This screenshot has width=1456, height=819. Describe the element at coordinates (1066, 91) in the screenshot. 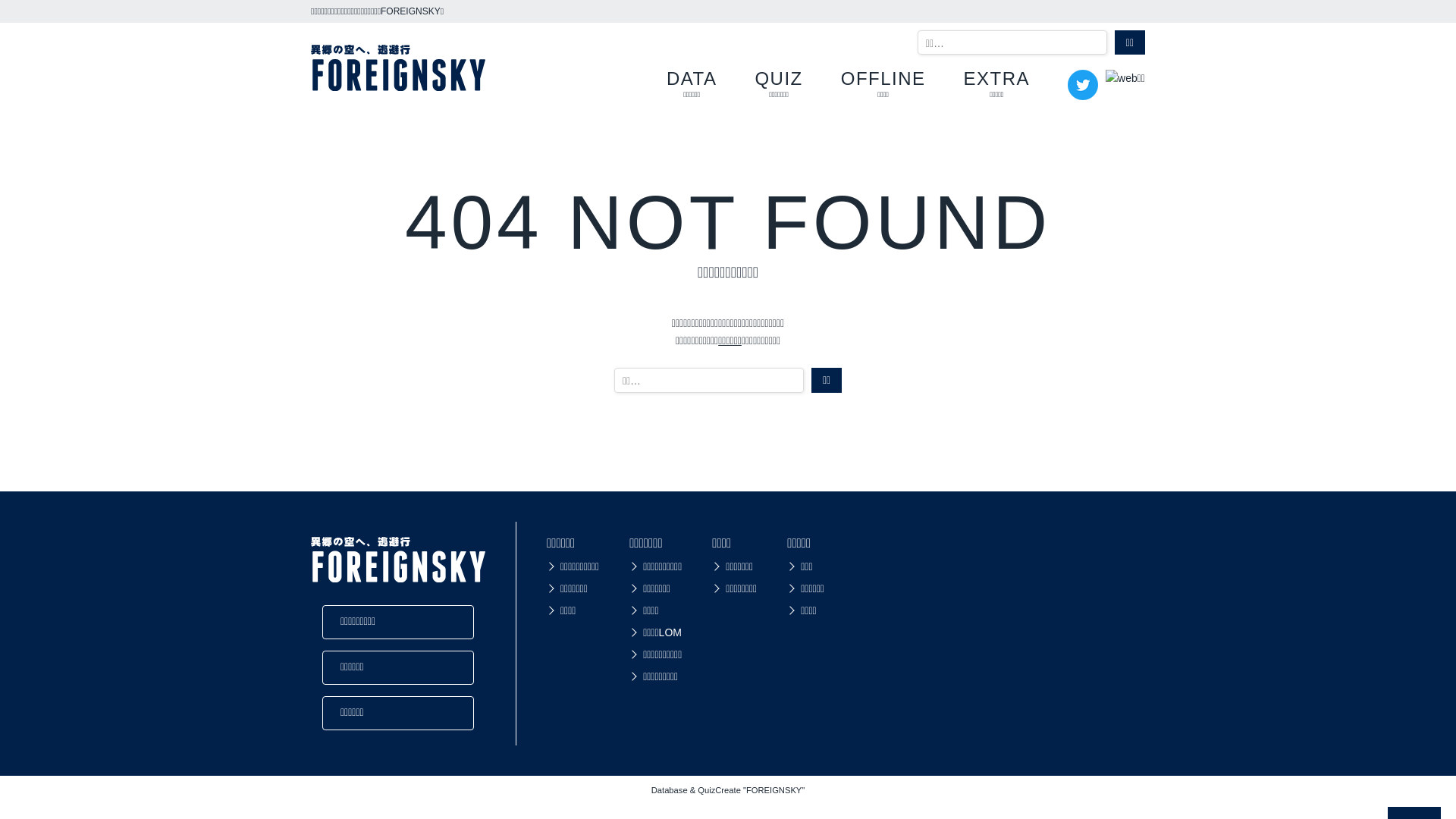

I see `'Twitter'` at that location.